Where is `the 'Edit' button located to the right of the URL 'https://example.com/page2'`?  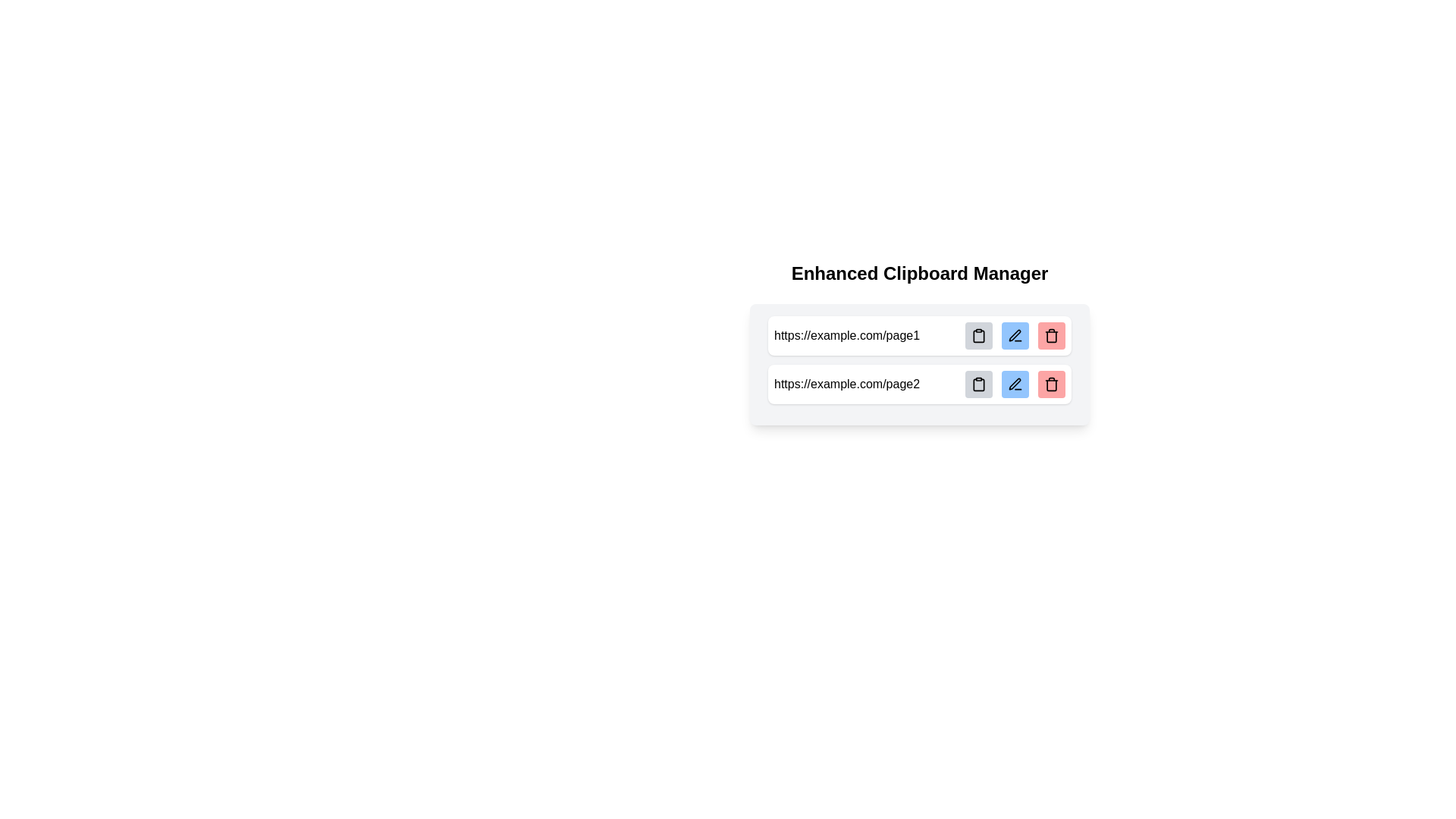
the 'Edit' button located to the right of the URL 'https://example.com/page2' is located at coordinates (1015, 383).